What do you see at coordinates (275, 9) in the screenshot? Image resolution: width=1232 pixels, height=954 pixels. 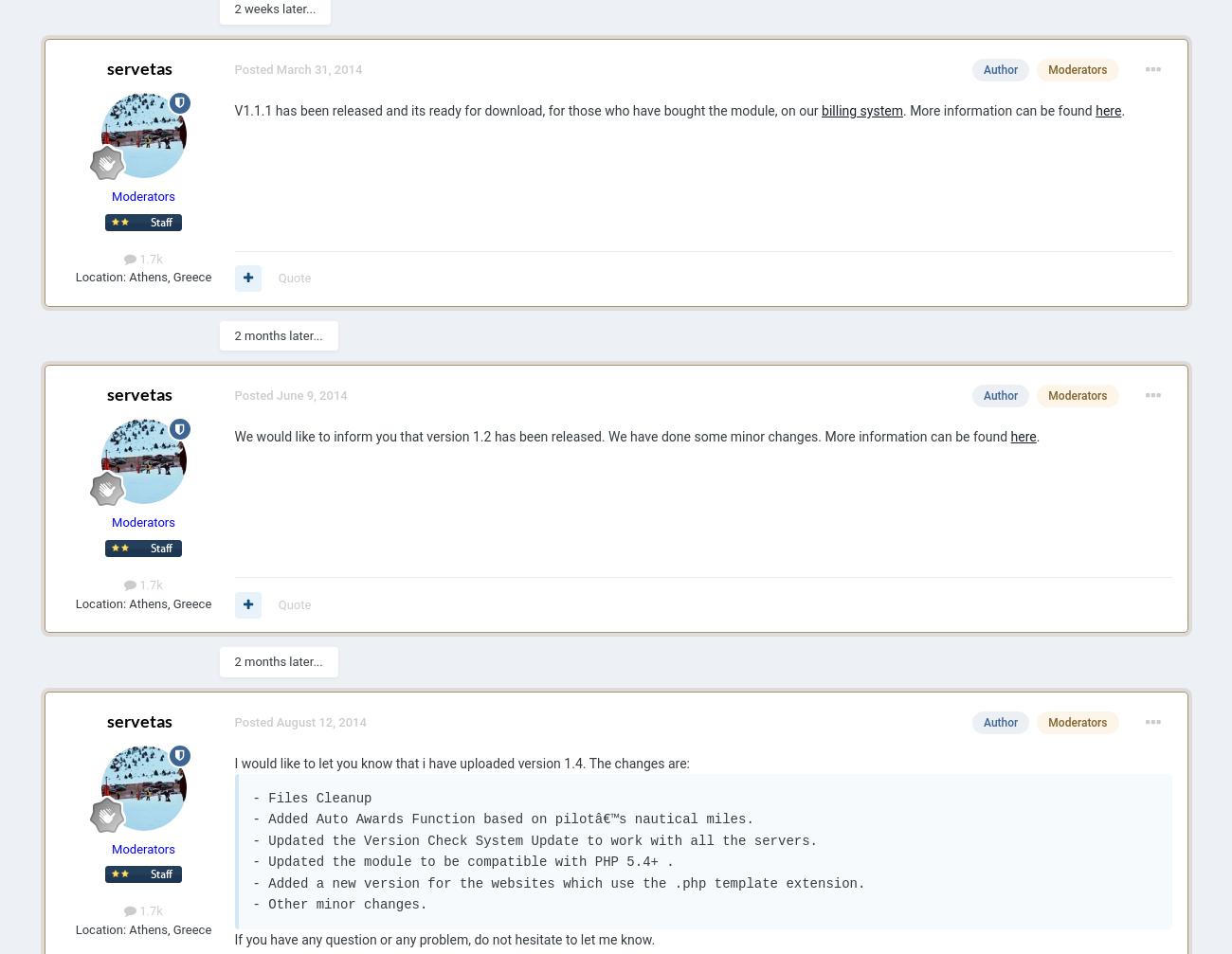 I see `'2 weeks later...'` at bounding box center [275, 9].